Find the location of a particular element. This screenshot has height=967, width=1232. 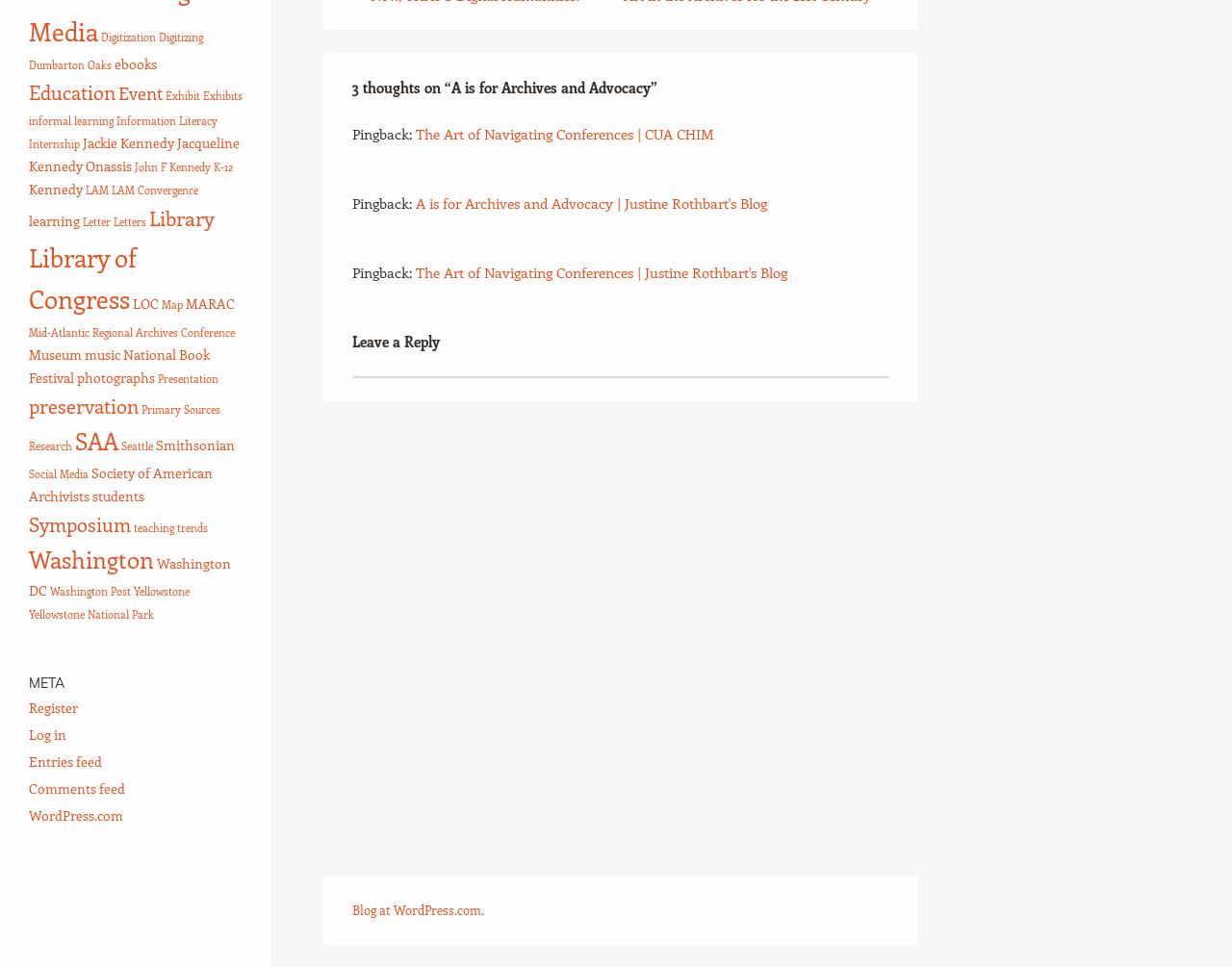

'Event' is located at coordinates (140, 92).